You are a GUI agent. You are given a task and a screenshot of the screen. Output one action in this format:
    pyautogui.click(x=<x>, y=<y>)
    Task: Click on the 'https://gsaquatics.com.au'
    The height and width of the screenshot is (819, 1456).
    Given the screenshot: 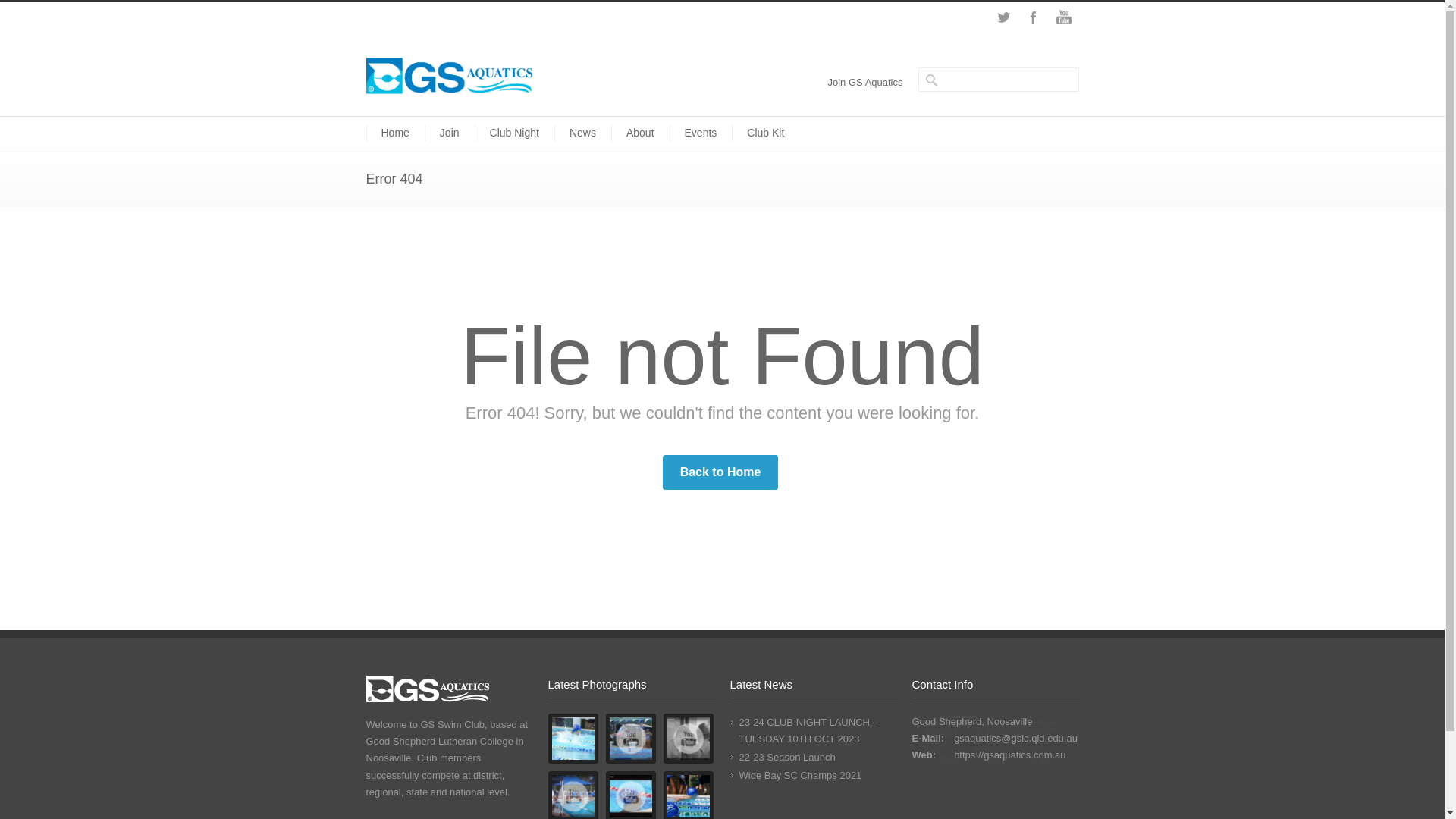 What is the action you would take?
    pyautogui.click(x=952, y=755)
    